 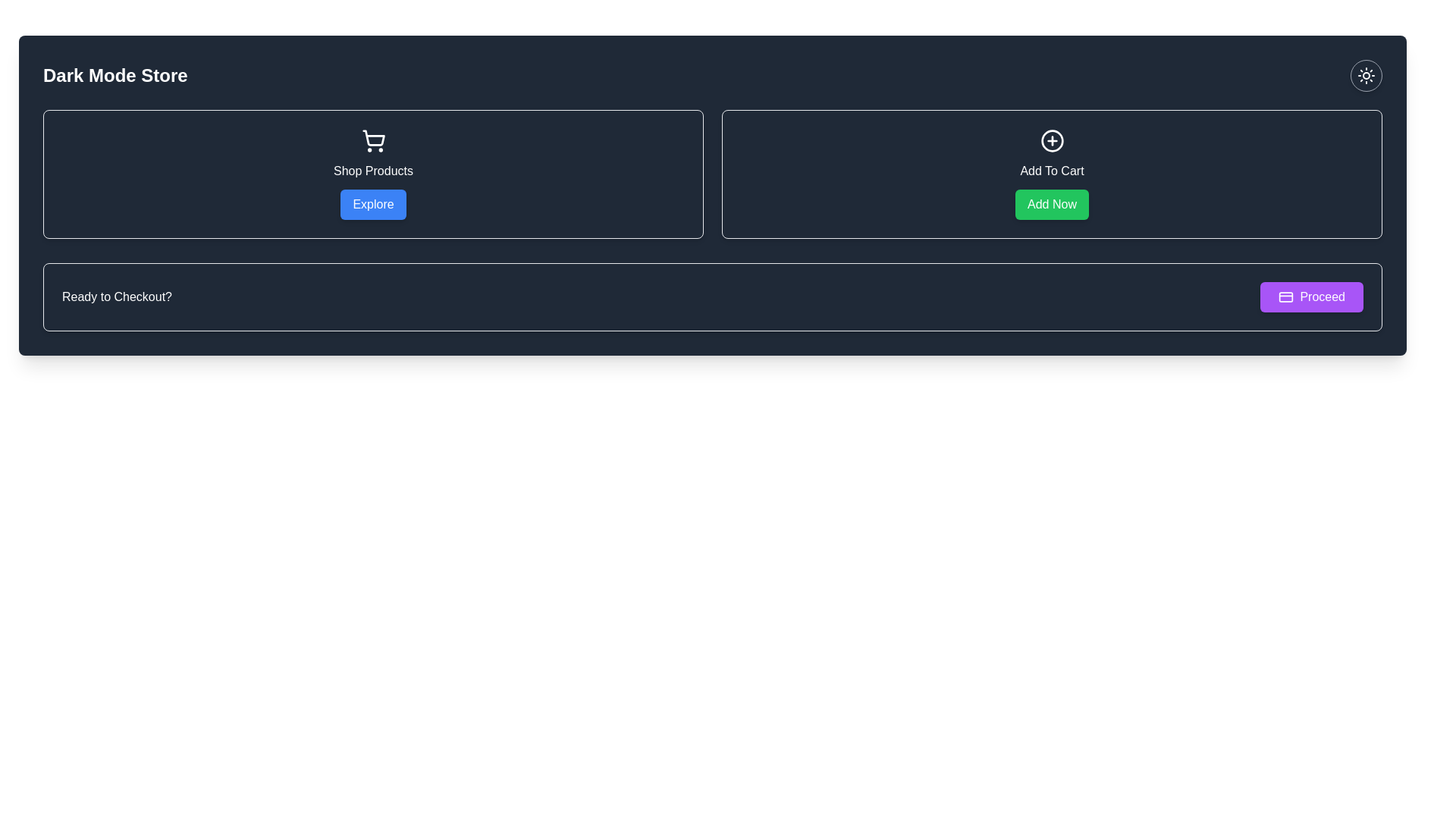 What do you see at coordinates (1311, 297) in the screenshot?
I see `the prominently styled 'Proceed' button with a light purple background and white text for visual feedback` at bounding box center [1311, 297].